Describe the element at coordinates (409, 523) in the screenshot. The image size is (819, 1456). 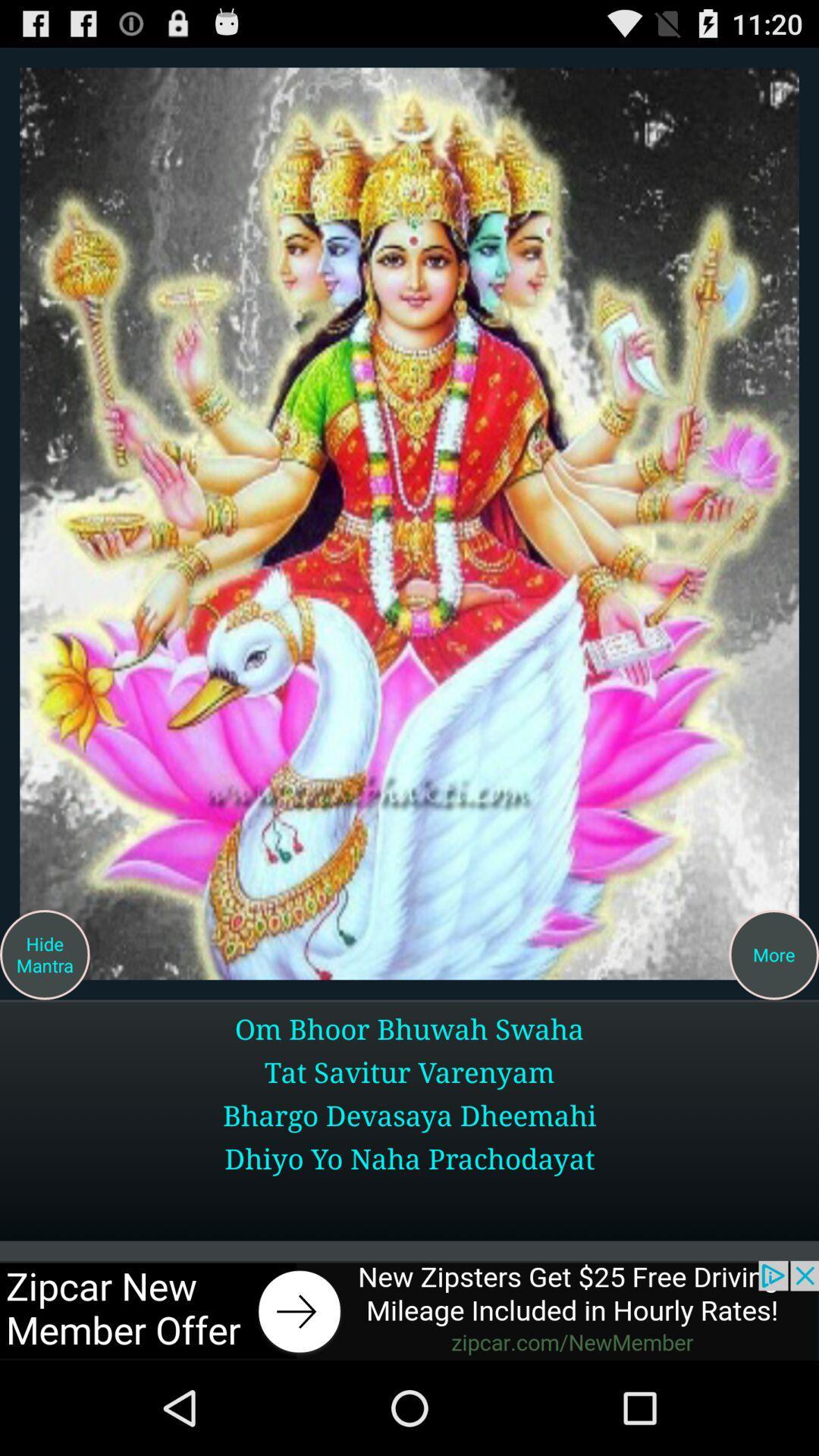
I see `advertisement` at that location.